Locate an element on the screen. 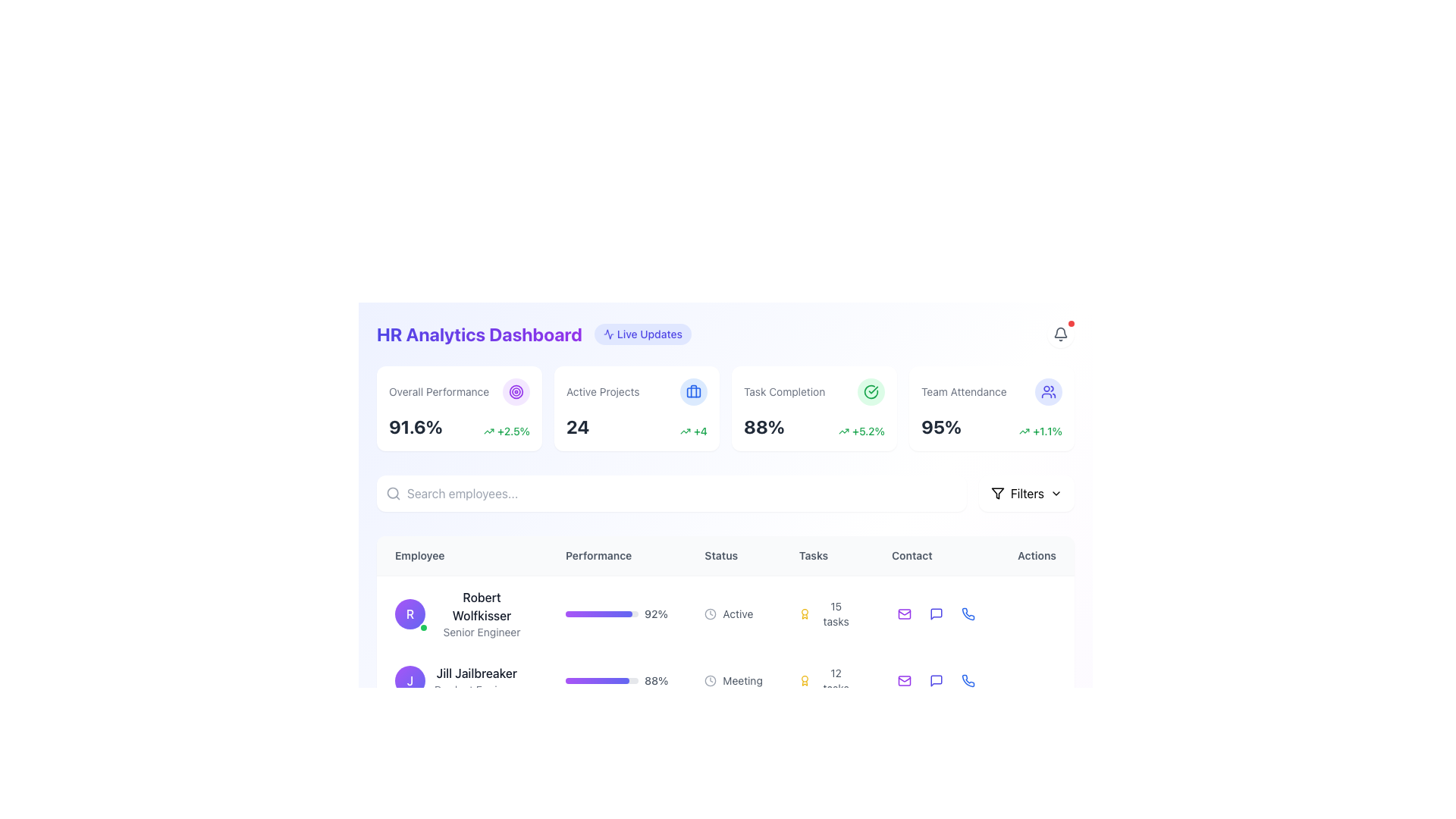 The height and width of the screenshot is (819, 1456). the circular green outlined confirmation icon with a checkmark inside, located in the fourth box of the primary statistics section on the dashboard is located at coordinates (871, 391).